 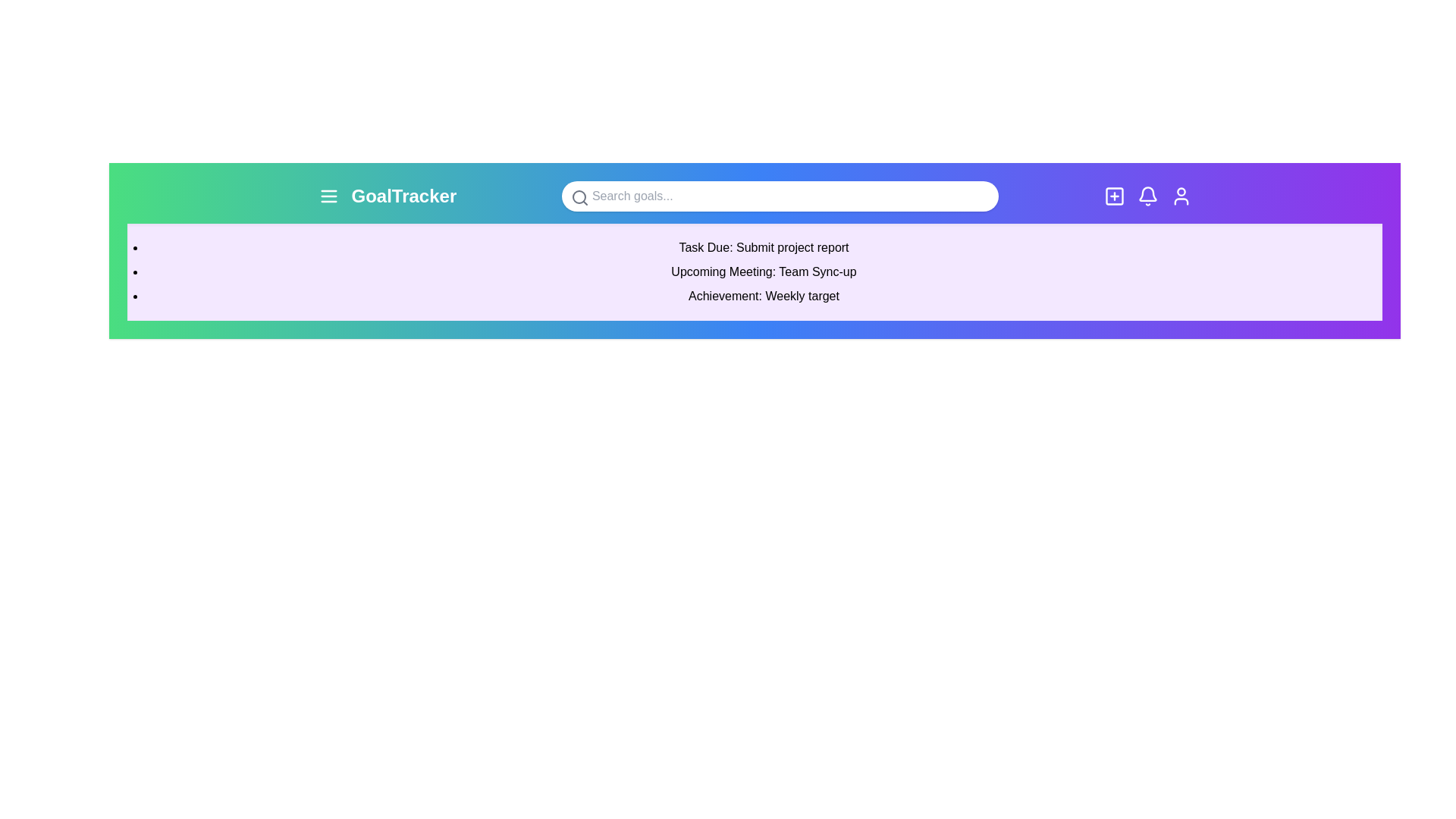 I want to click on the notification bell icon to toggle notifications, so click(x=1147, y=195).